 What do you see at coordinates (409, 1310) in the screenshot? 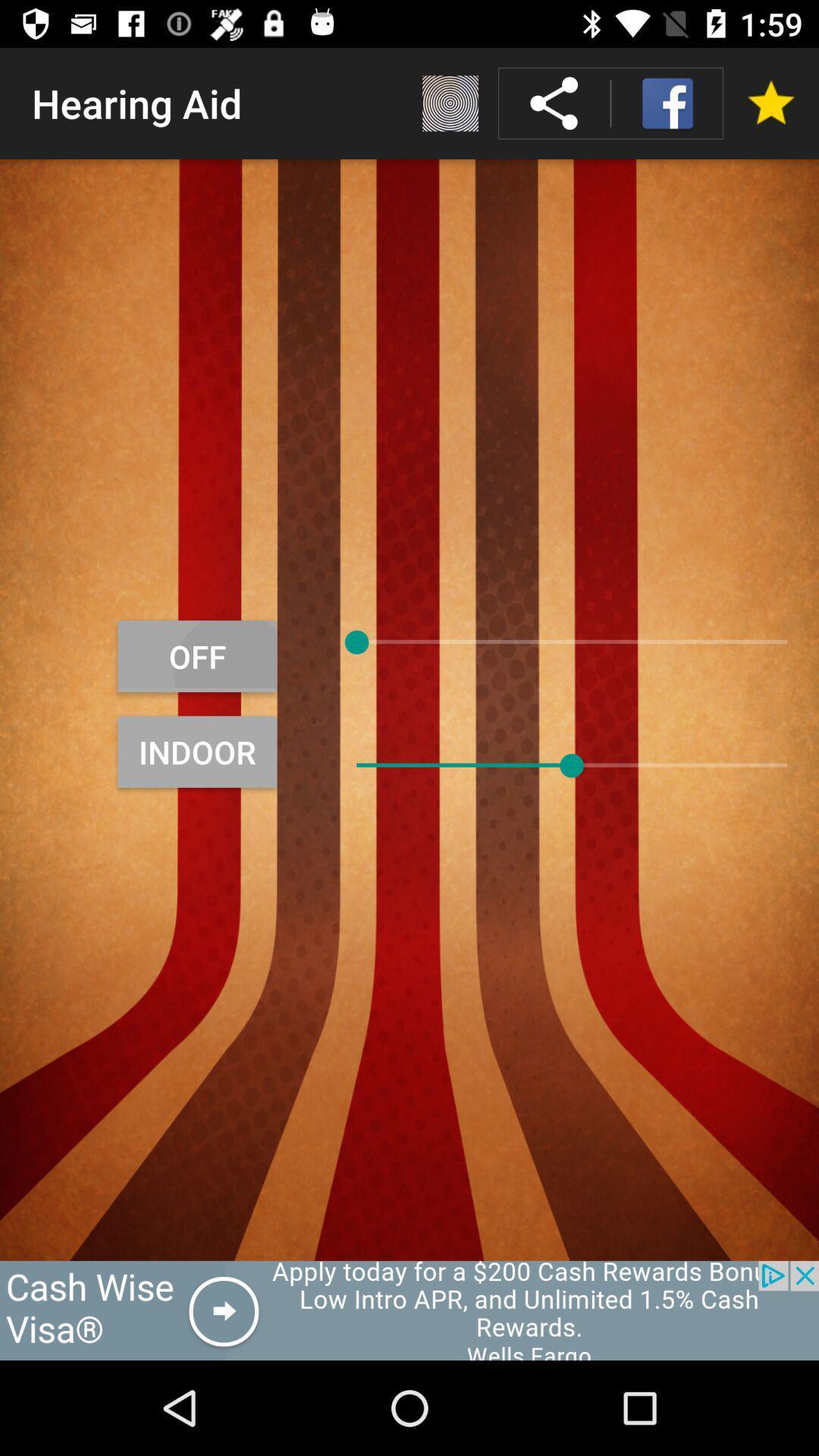
I see `the advertisement page` at bounding box center [409, 1310].